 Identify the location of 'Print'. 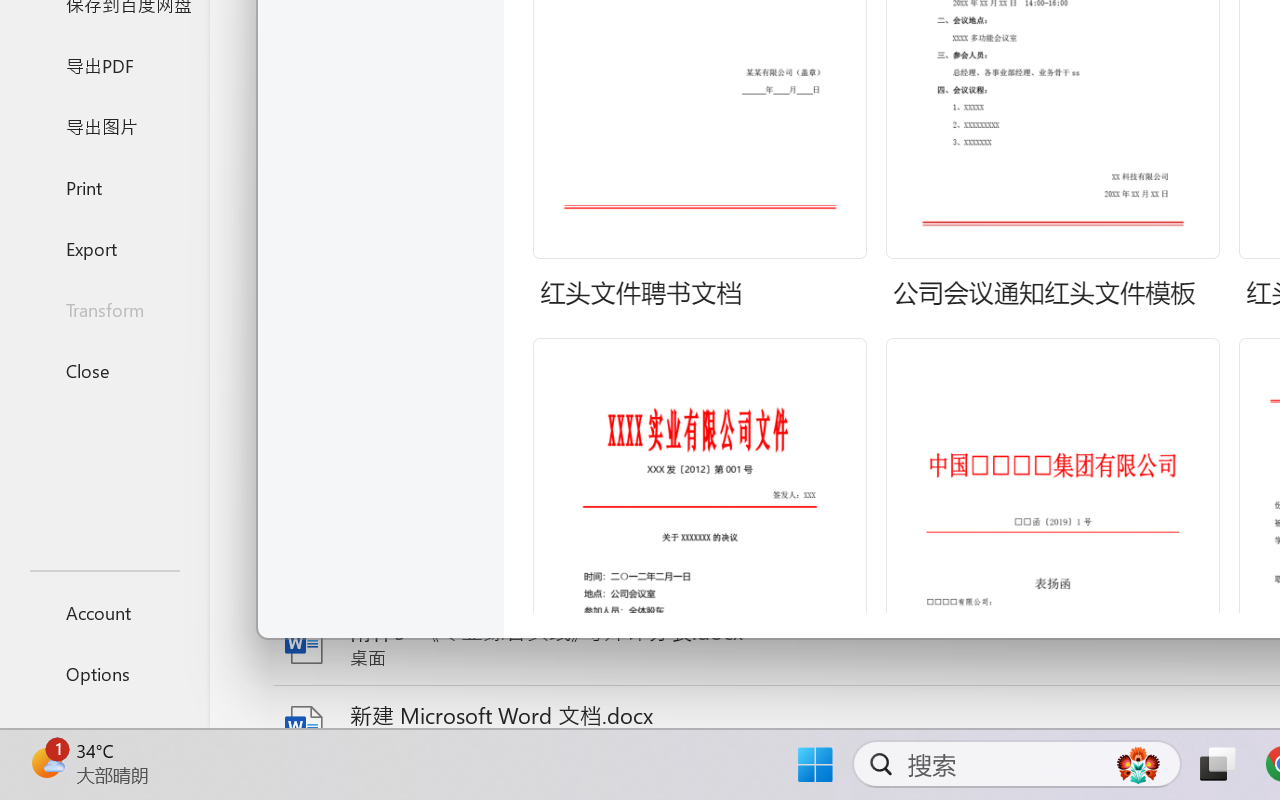
(103, 186).